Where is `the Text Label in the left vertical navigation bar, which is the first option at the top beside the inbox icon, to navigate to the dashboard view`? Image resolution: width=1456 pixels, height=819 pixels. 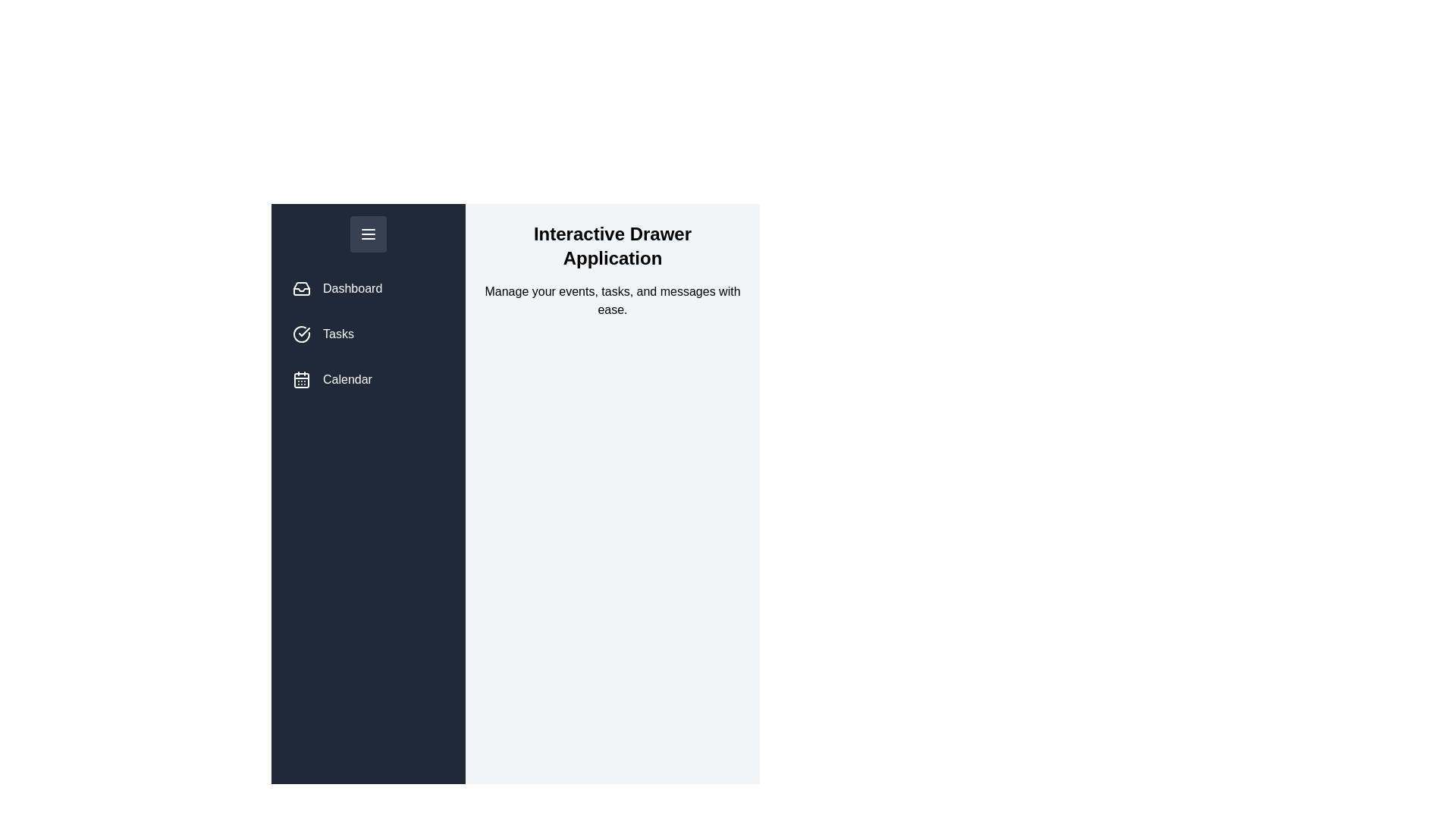
the Text Label in the left vertical navigation bar, which is the first option at the top beside the inbox icon, to navigate to the dashboard view is located at coordinates (352, 289).